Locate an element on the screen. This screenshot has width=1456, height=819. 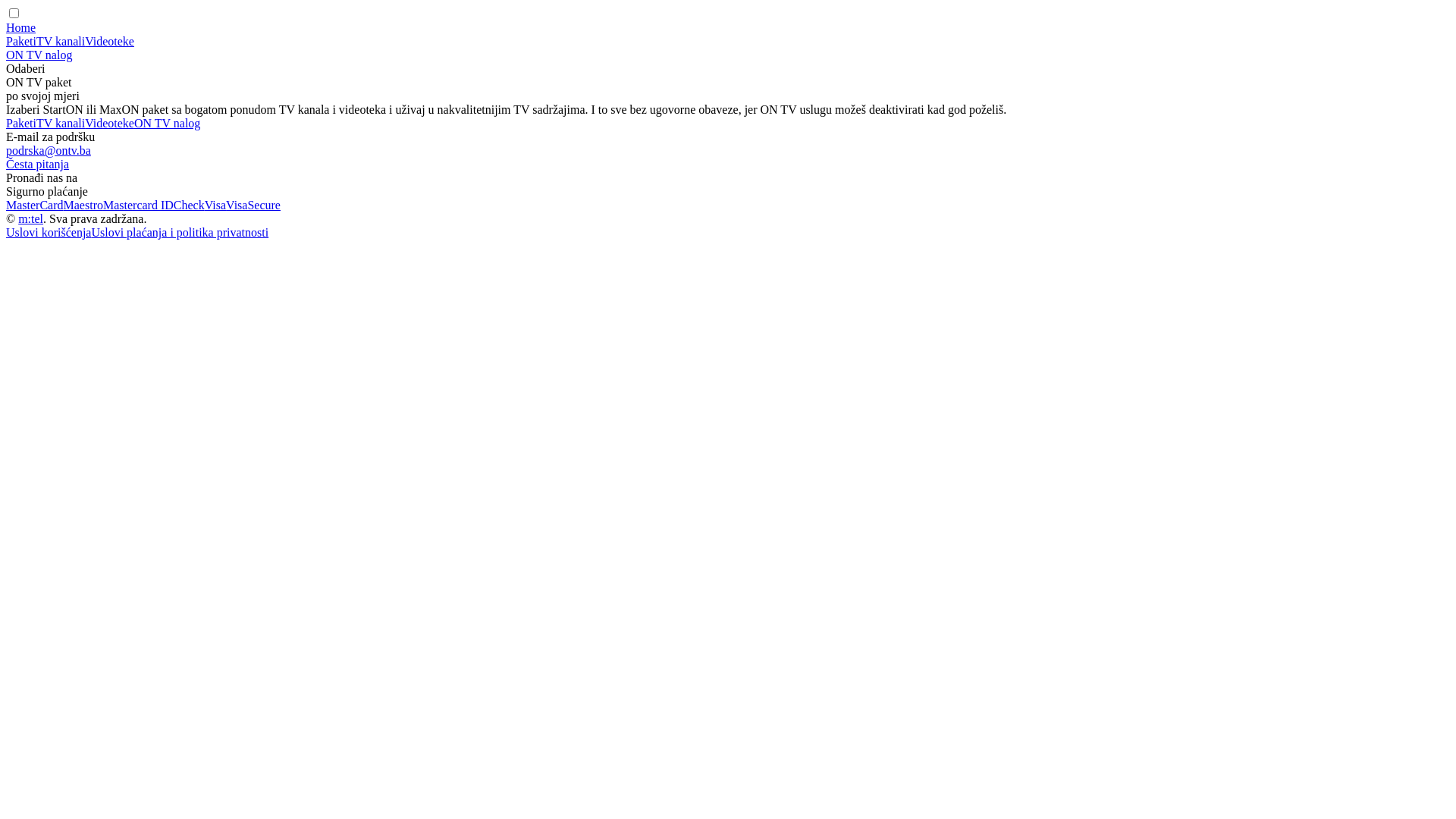
'Visa' is located at coordinates (214, 205).